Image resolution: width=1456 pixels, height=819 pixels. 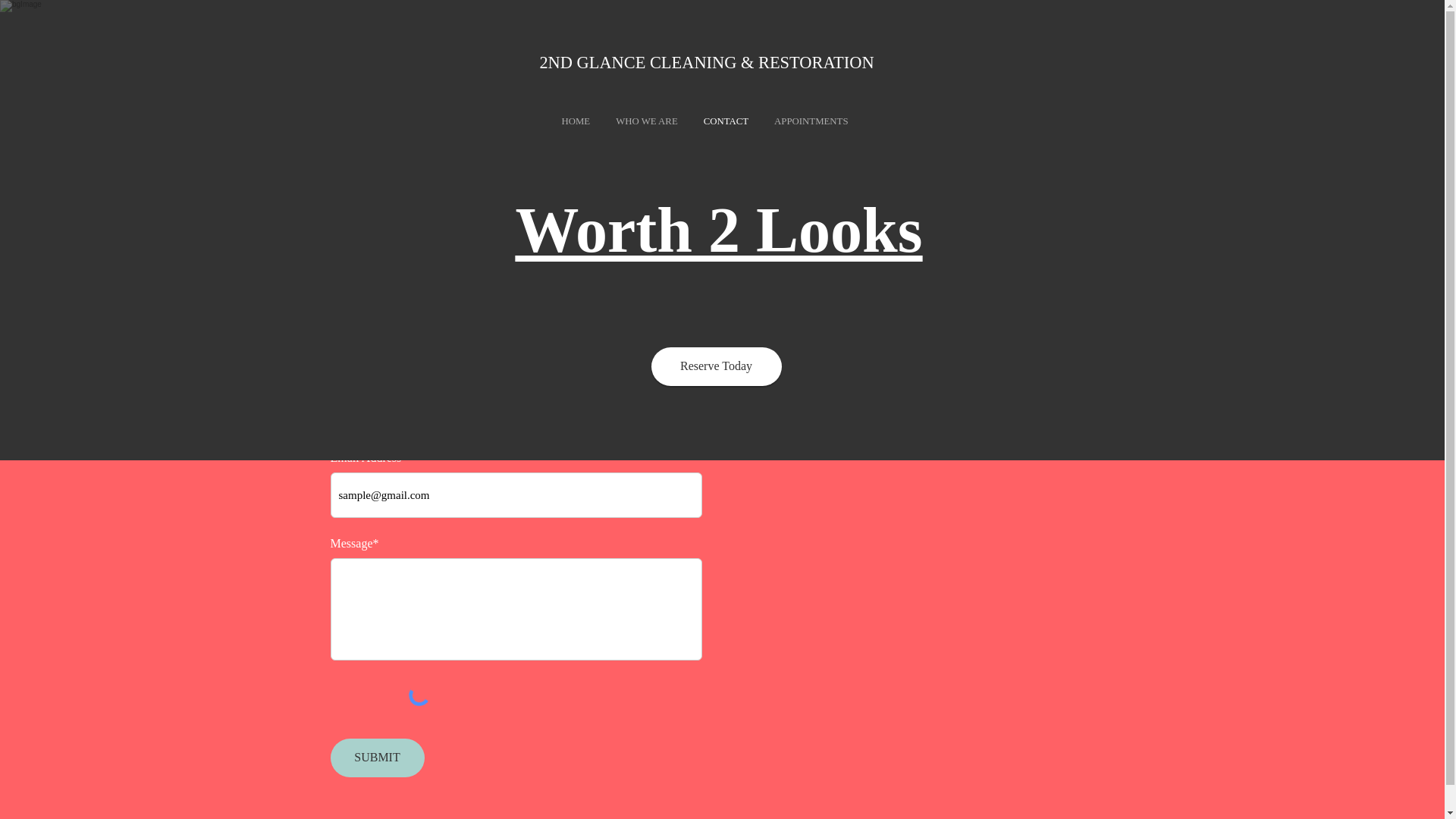 I want to click on 'CONTACT', so click(x=725, y=121).